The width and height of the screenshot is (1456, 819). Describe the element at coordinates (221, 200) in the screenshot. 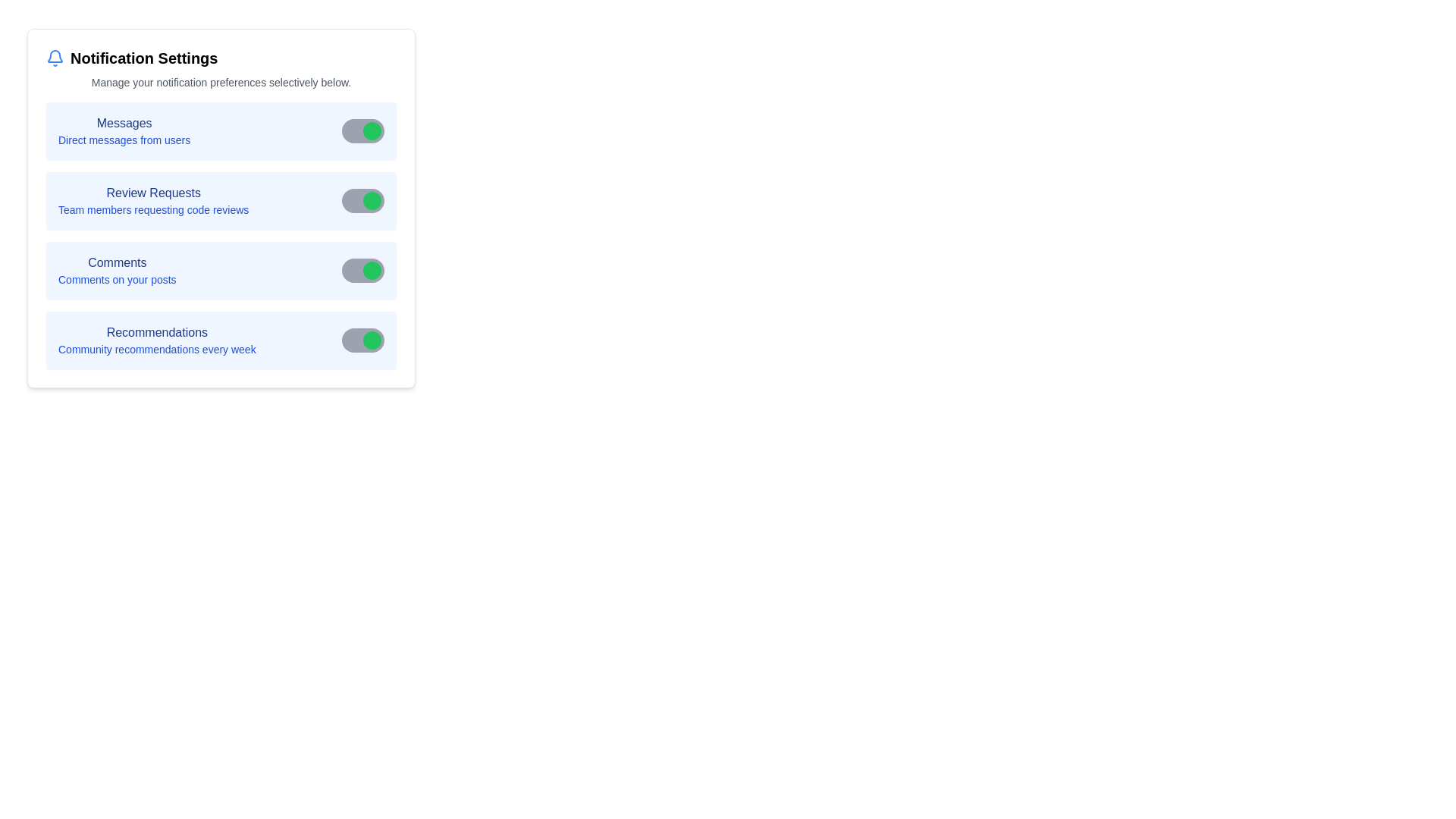

I see `title and description of the 'Review Requests' notification settings toggle switch, which is the second option in the vertical list of the notification settings interface` at that location.